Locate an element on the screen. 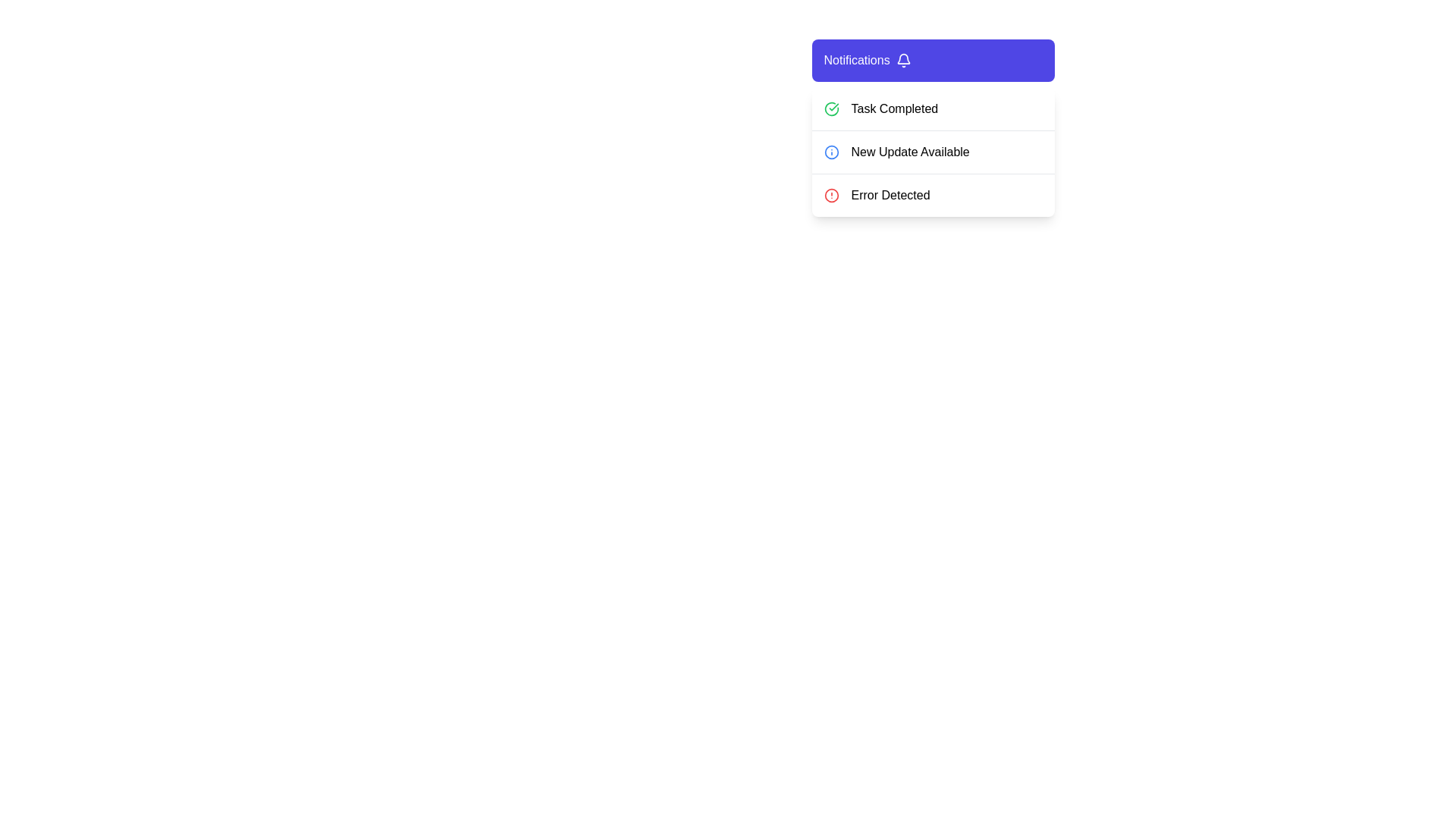 The height and width of the screenshot is (819, 1456). the 'Notifications' button to toggle the visibility of the notification menu is located at coordinates (932, 60).